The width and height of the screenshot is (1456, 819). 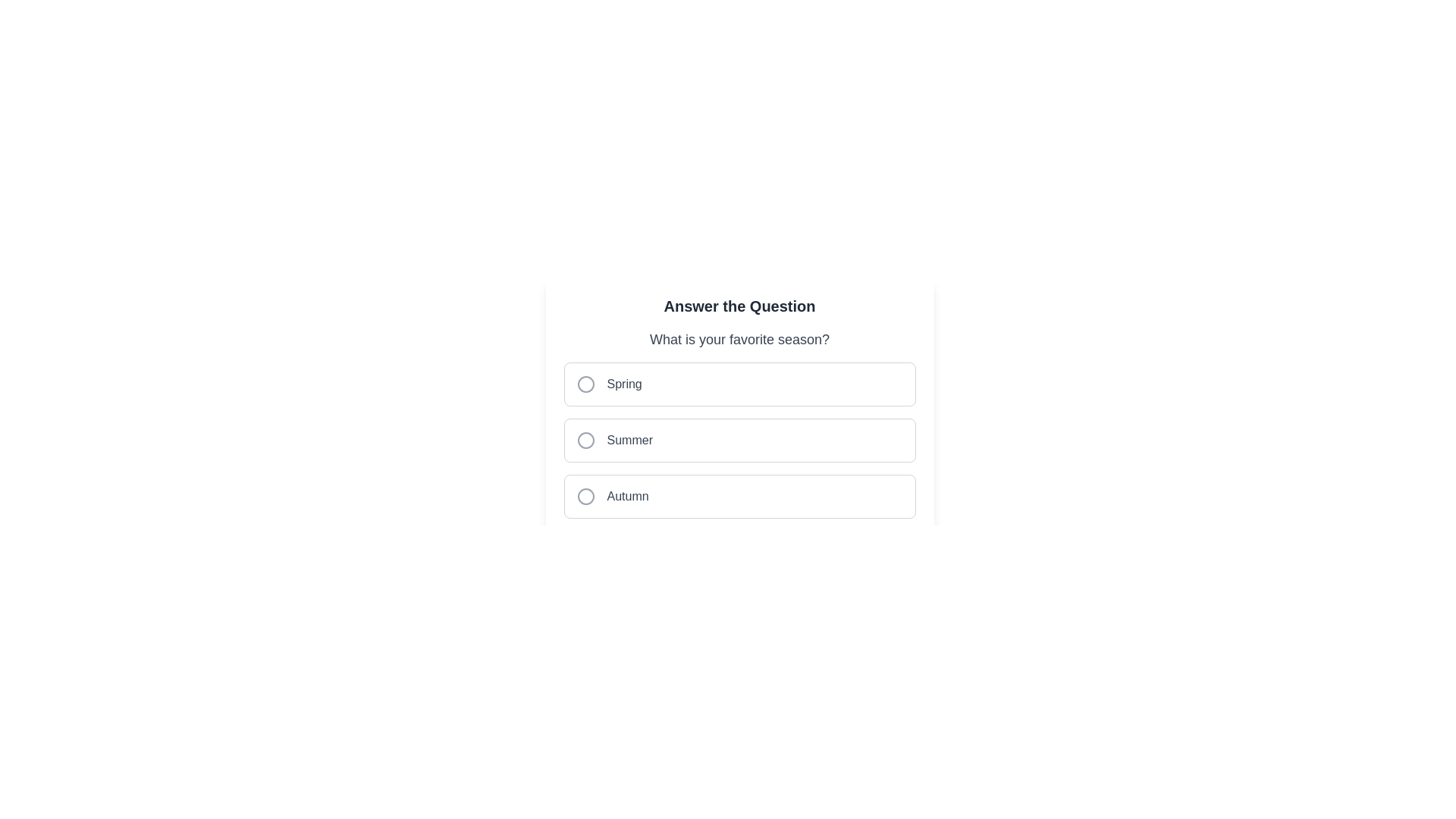 I want to click on the circular radio button indicator for the 'Autumn' option, so click(x=585, y=497).